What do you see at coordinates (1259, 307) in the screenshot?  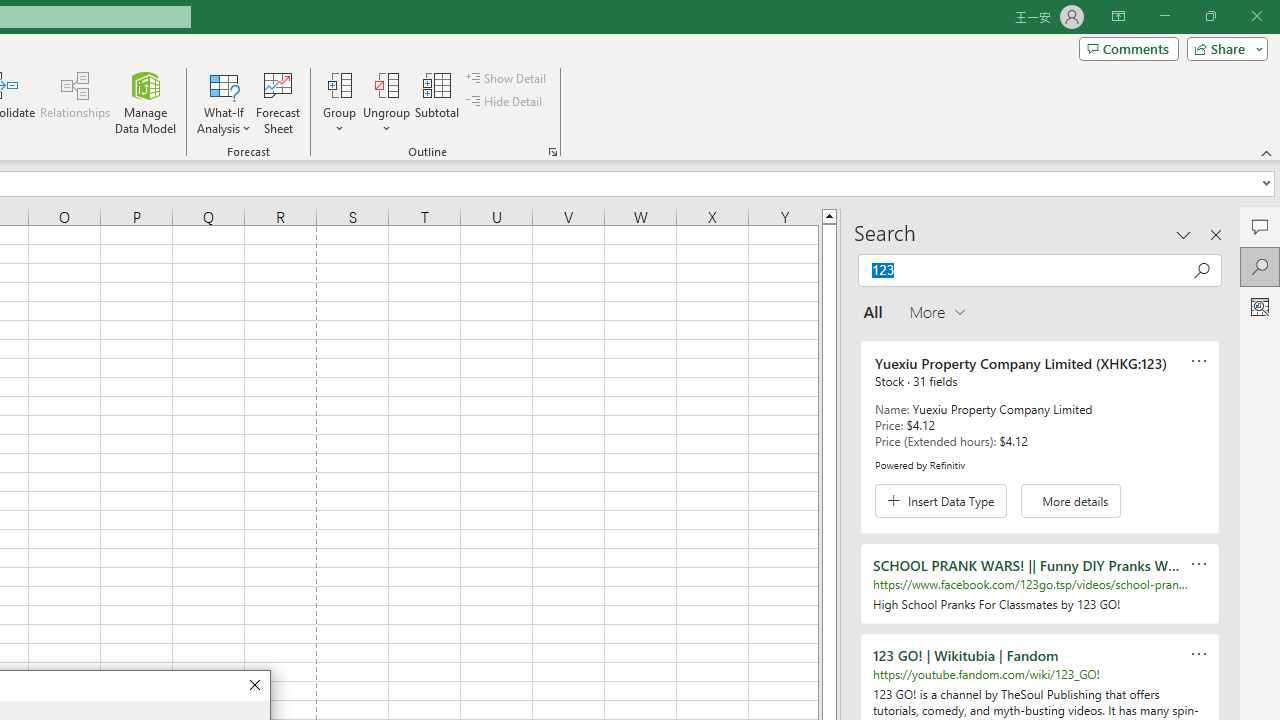 I see `'Analyze Data'` at bounding box center [1259, 307].